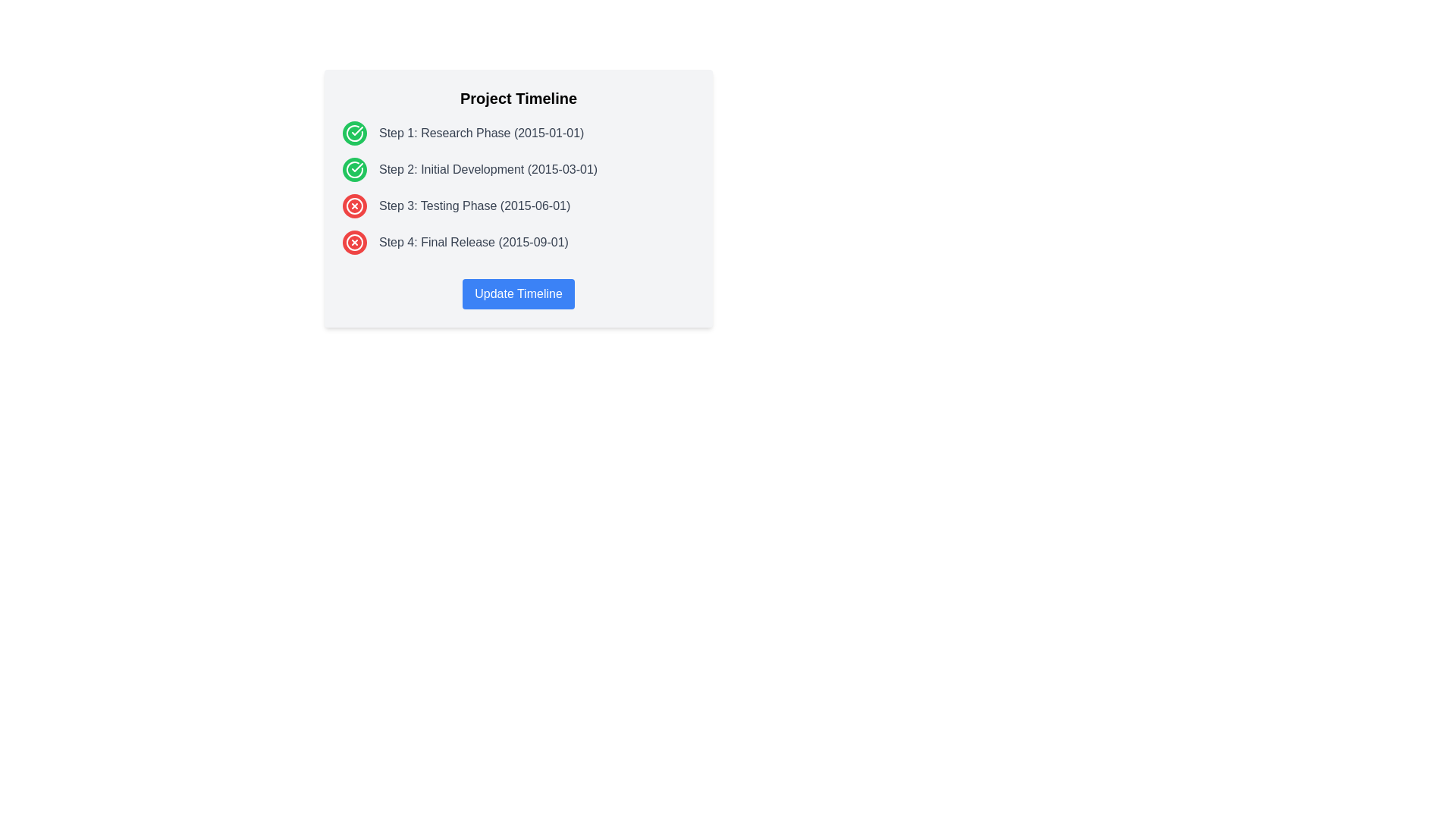 This screenshot has width=1456, height=819. Describe the element at coordinates (472, 242) in the screenshot. I see `the text label displaying 'Step 4: Final Release (2015-09-01)', which is styled with a gray font color and positioned under the 'Project Timeline' header as the fourth item in the list` at that location.